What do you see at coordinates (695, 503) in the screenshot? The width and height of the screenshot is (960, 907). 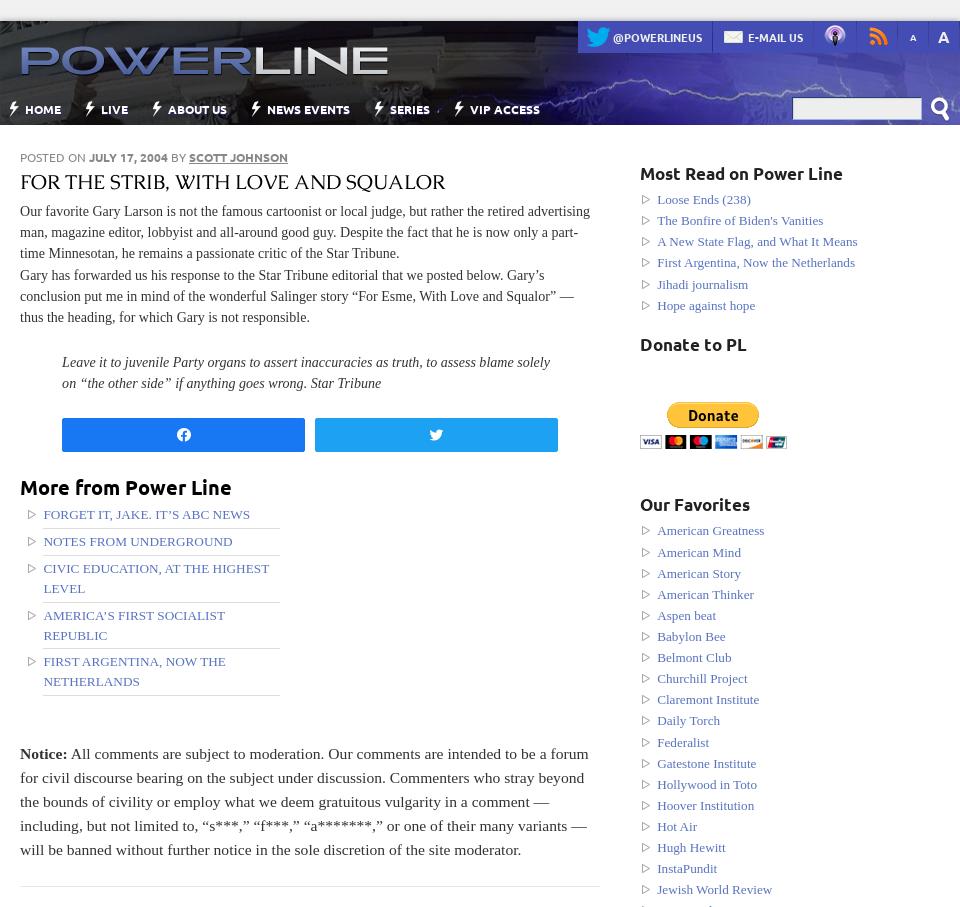 I see `'Our Favorites'` at bounding box center [695, 503].